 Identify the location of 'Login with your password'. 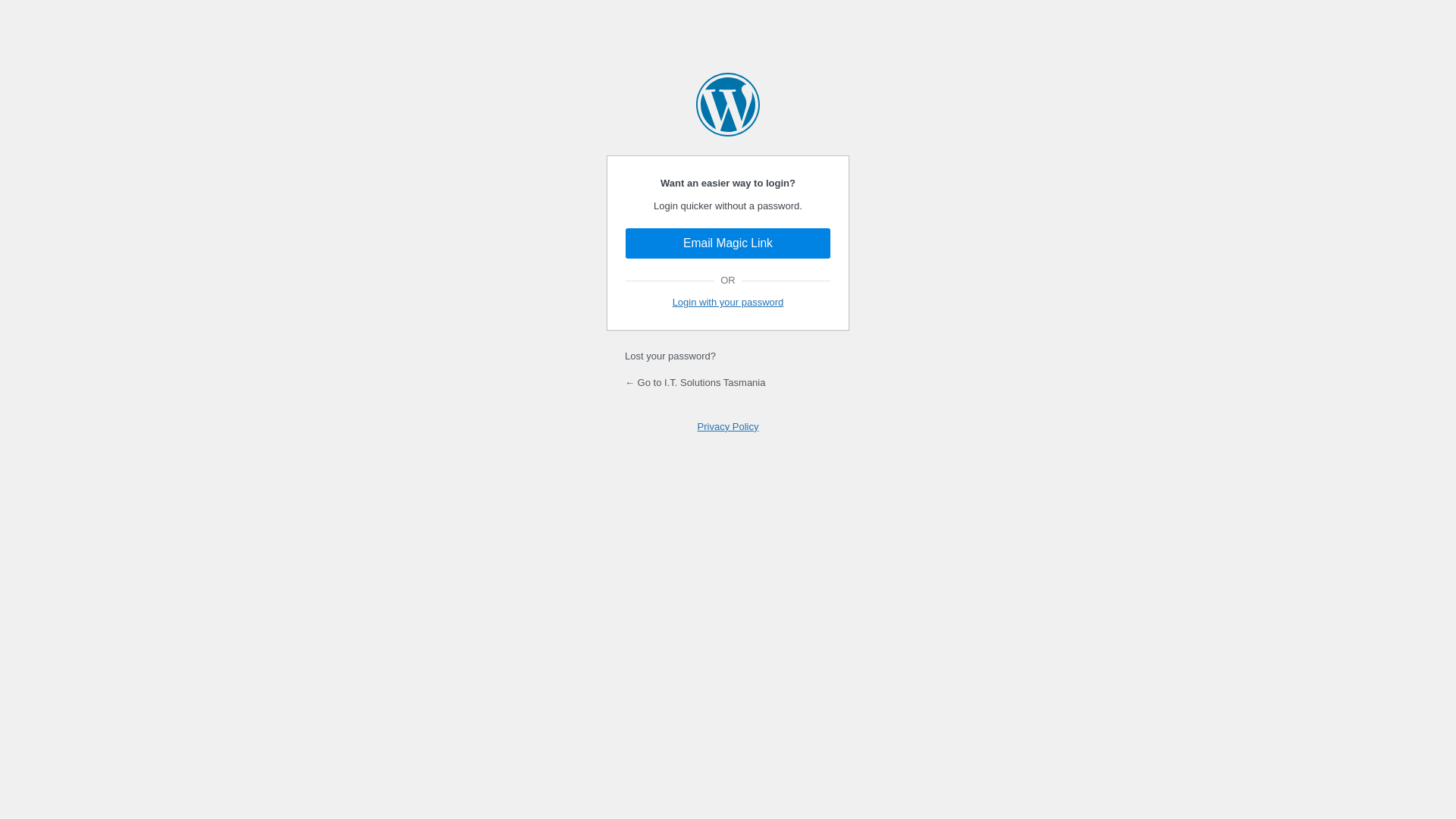
(728, 302).